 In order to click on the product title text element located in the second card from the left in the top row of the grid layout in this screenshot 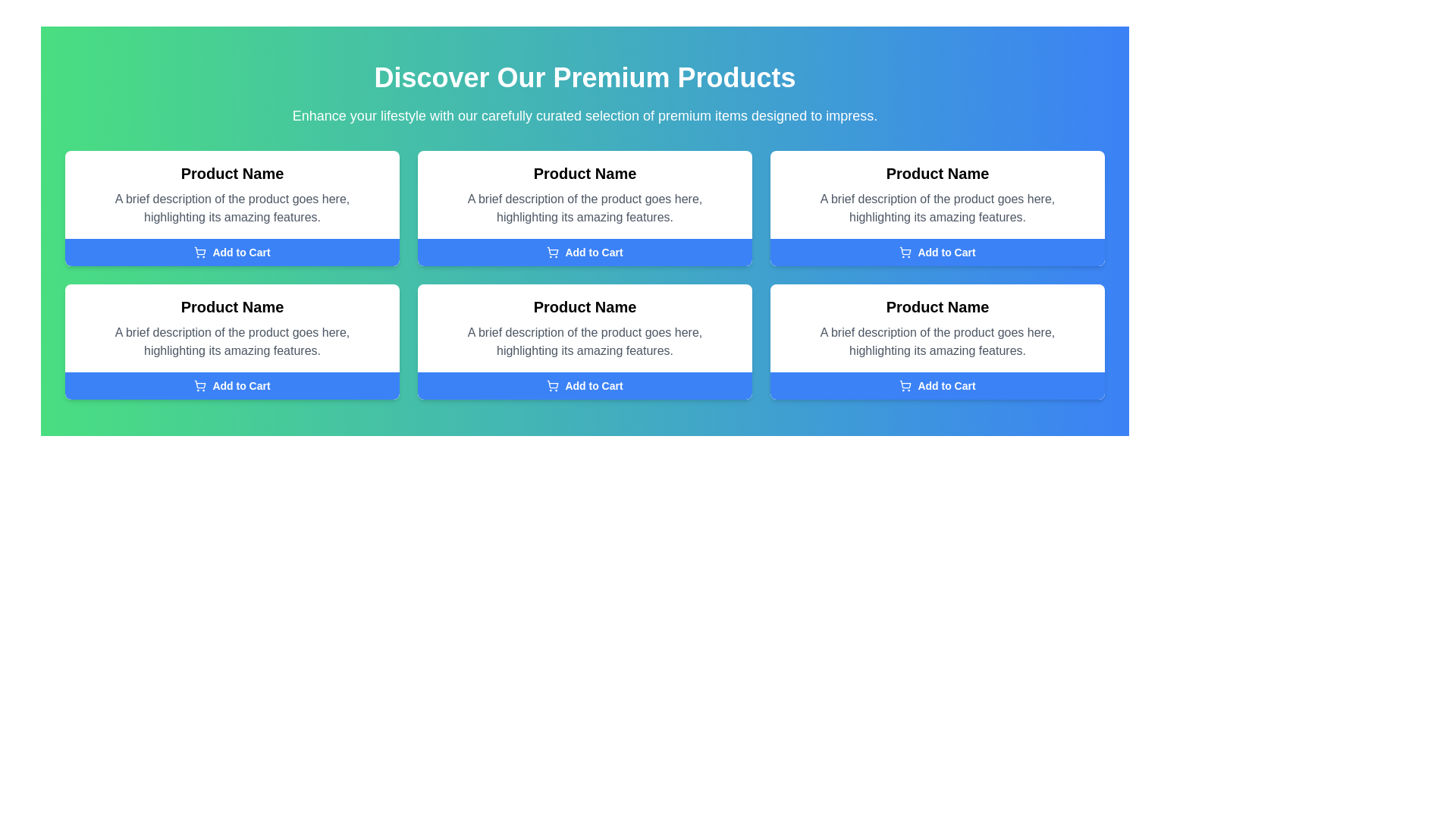, I will do `click(937, 172)`.